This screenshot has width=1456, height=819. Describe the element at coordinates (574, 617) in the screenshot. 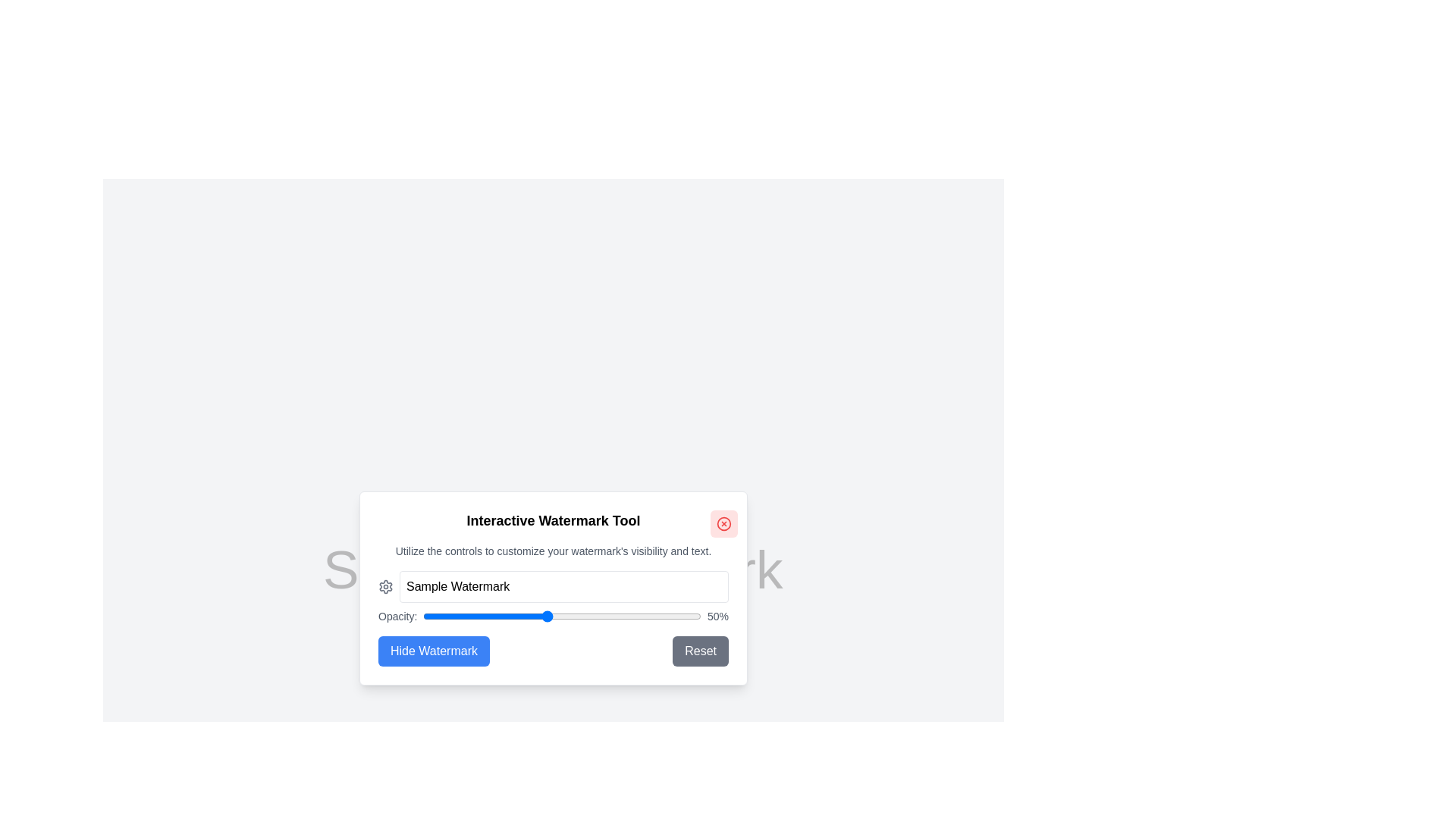

I see `the opacity` at that location.